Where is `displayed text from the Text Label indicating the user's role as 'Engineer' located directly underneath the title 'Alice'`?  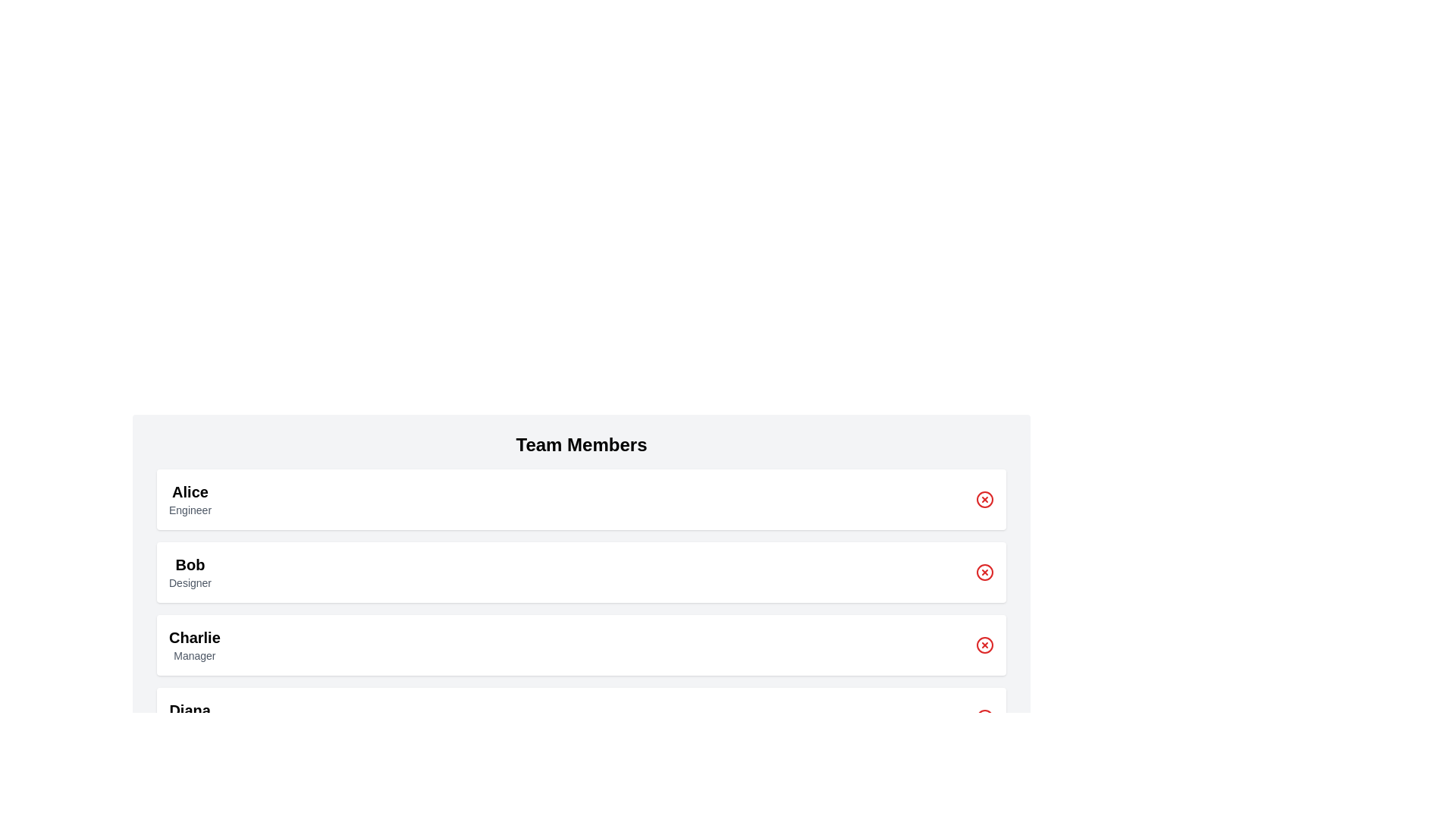 displayed text from the Text Label indicating the user's role as 'Engineer' located directly underneath the title 'Alice' is located at coordinates (189, 510).